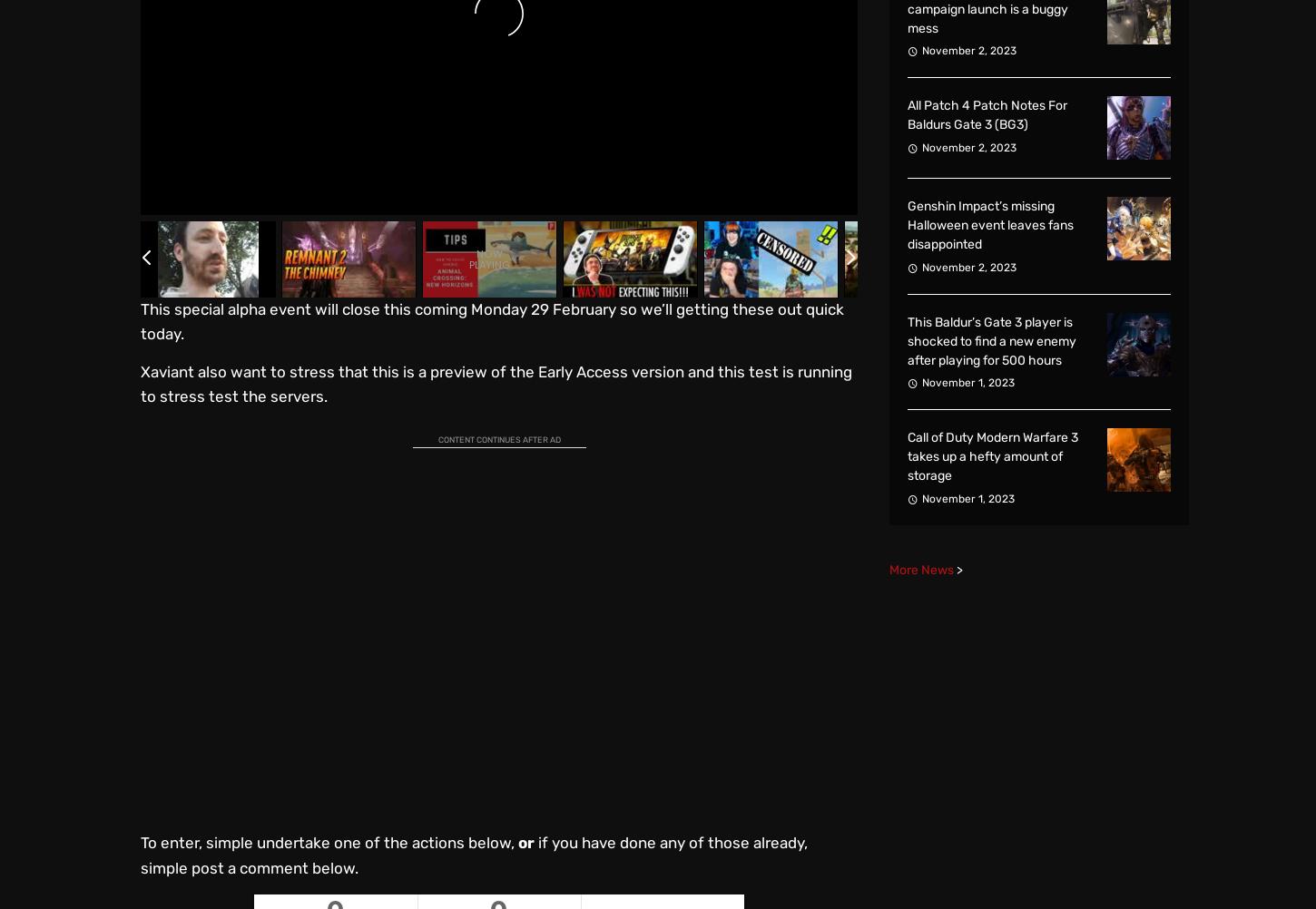 The height and width of the screenshot is (909, 1316). I want to click on '>', so click(958, 569).